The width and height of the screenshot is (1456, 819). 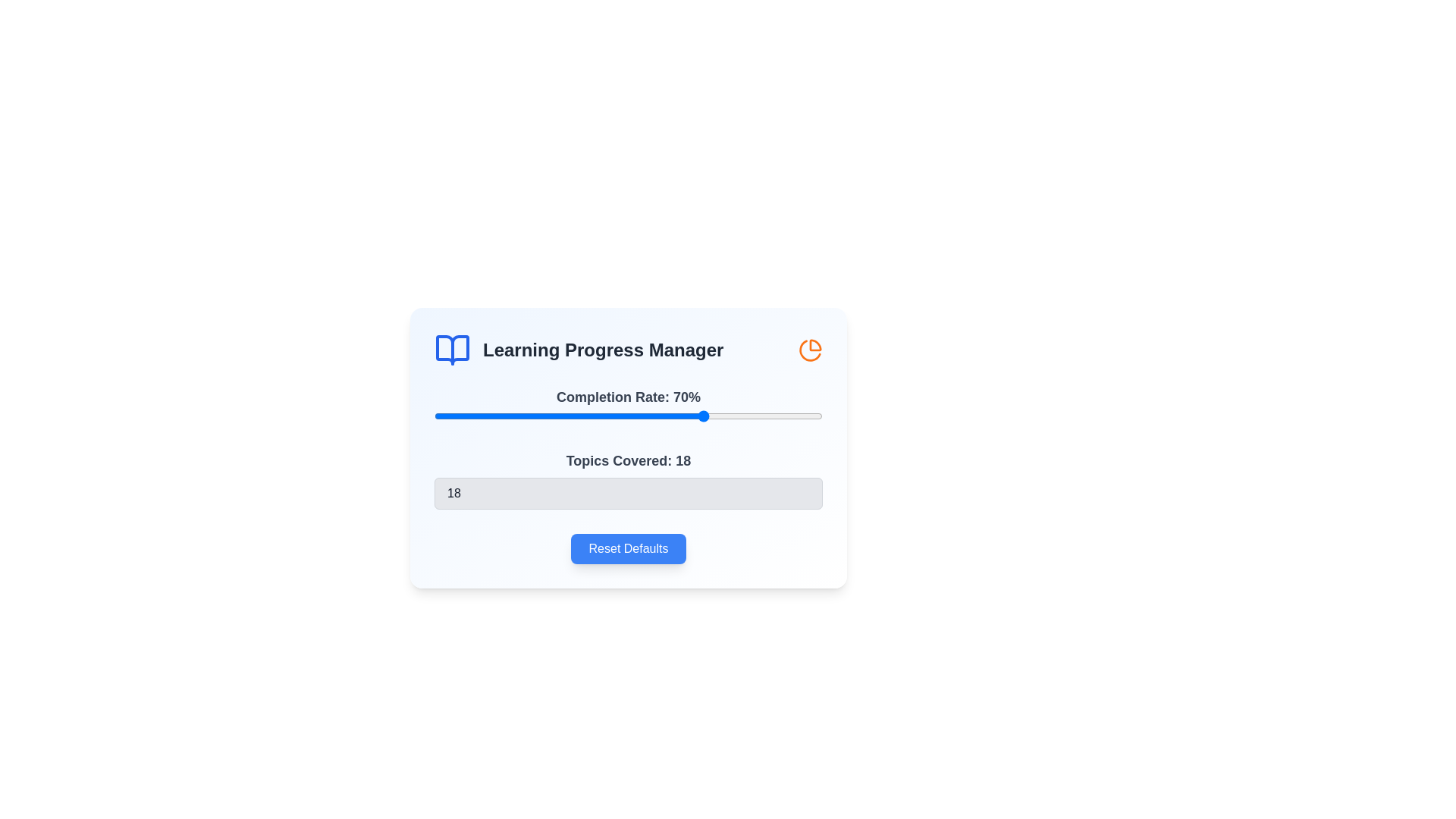 I want to click on the completion rate slider to 7%, so click(x=460, y=416).